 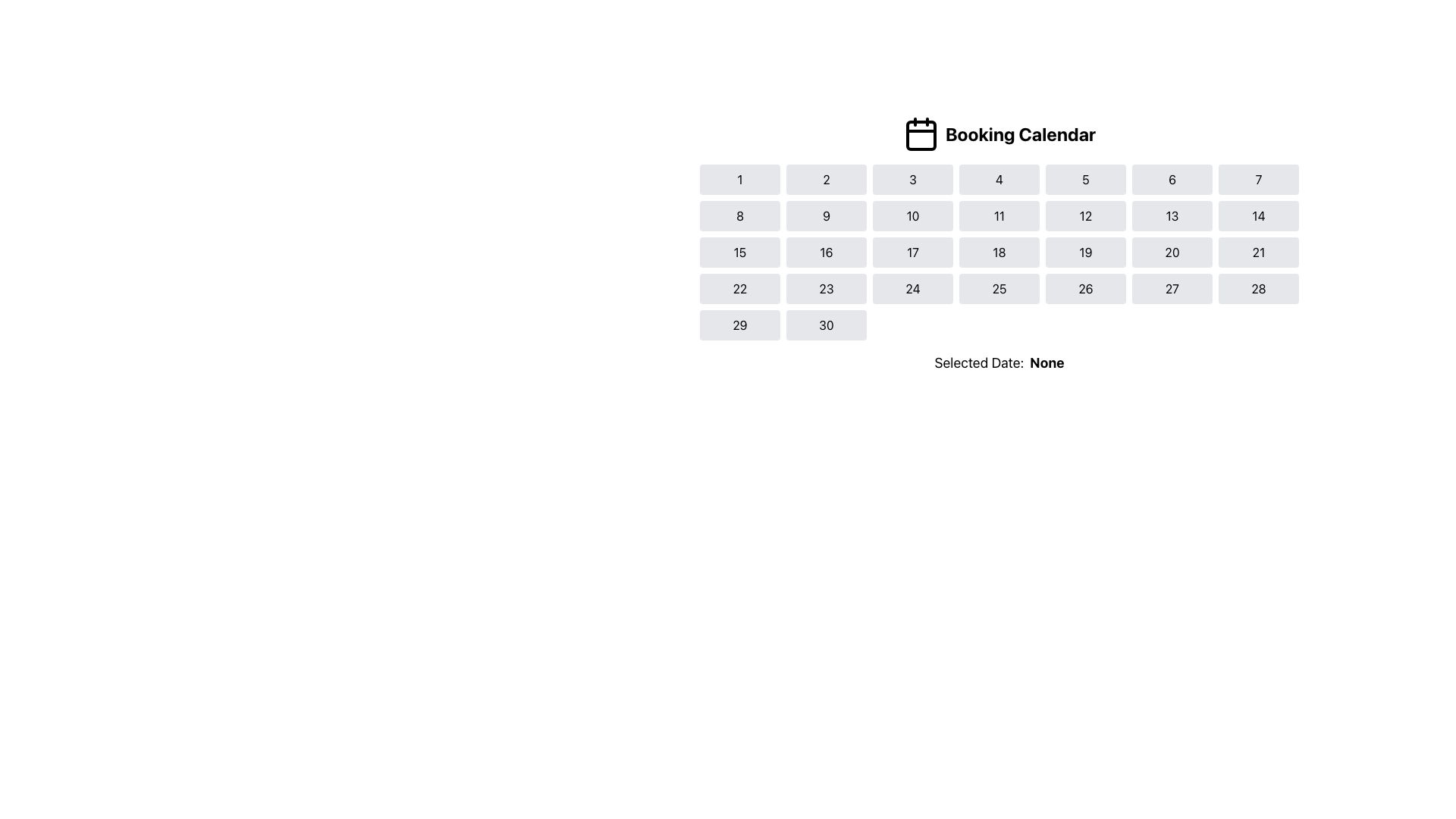 What do you see at coordinates (739, 289) in the screenshot?
I see `keyboard navigation` at bounding box center [739, 289].